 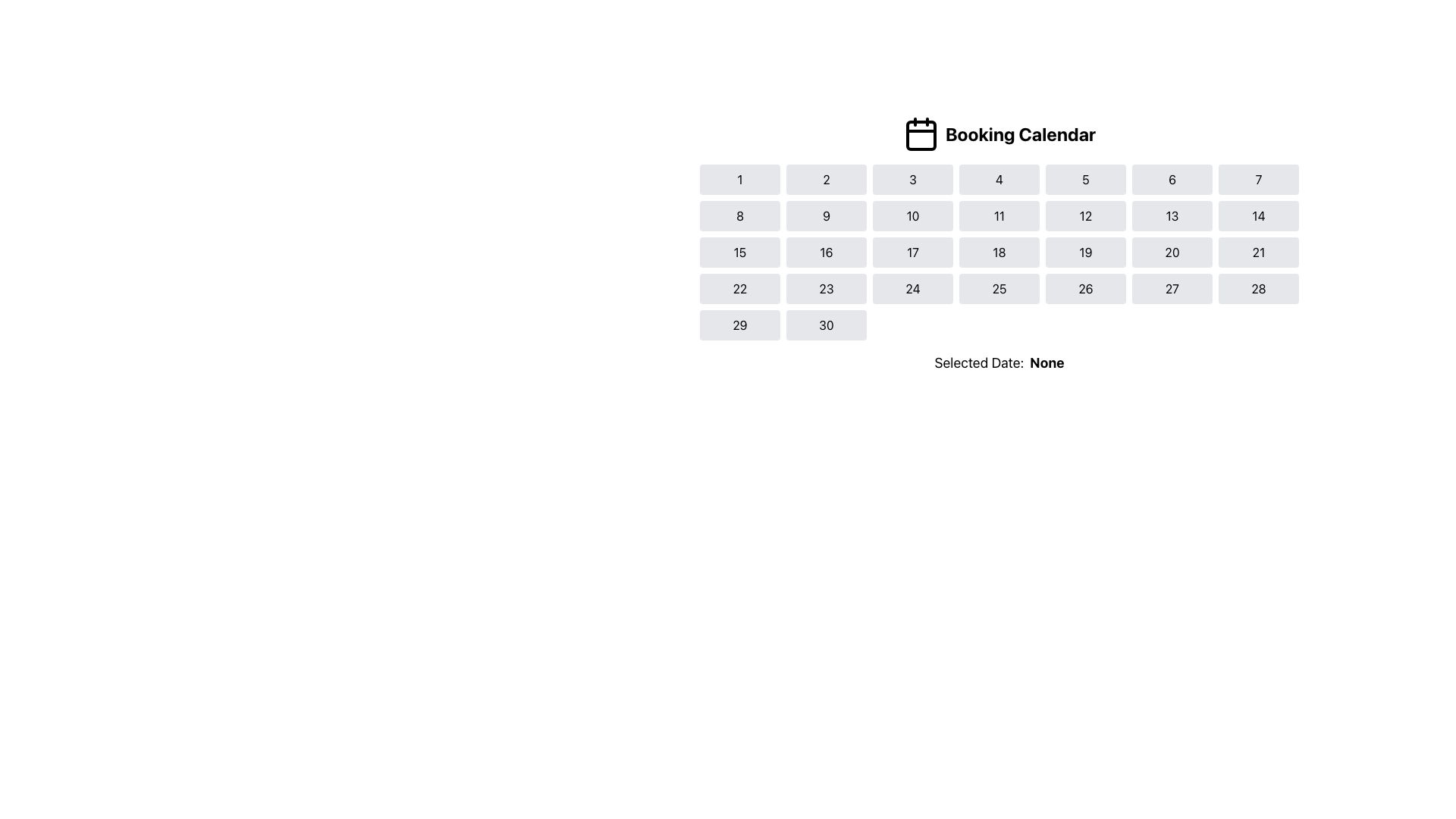 What do you see at coordinates (739, 289) in the screenshot?
I see `keyboard navigation` at bounding box center [739, 289].